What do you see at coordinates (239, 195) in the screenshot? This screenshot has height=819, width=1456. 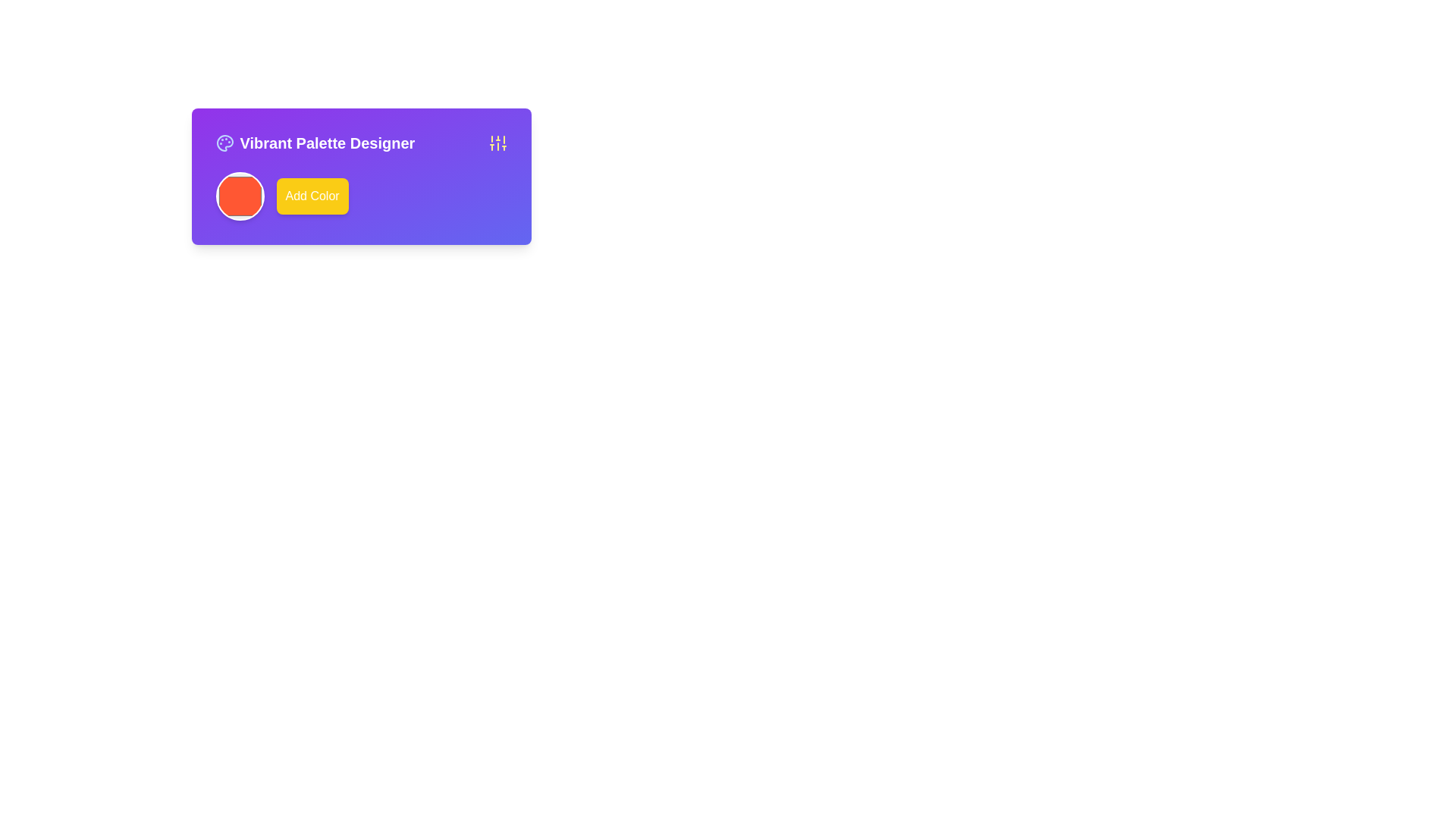 I see `the circular color picker with red fill encased in a white border` at bounding box center [239, 195].